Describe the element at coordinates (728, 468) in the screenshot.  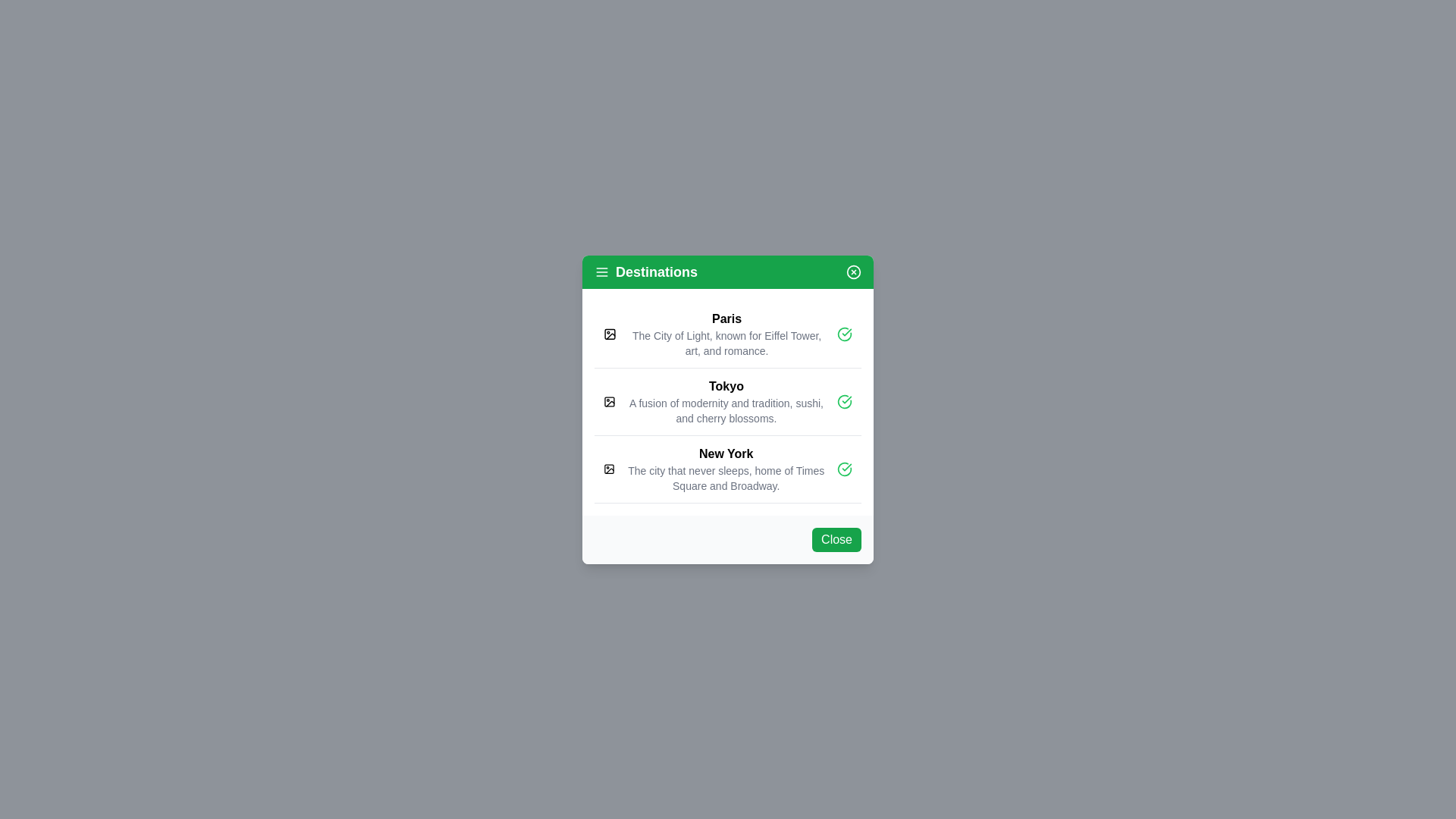
I see `the selectable list item representing the city 'New York'` at that location.